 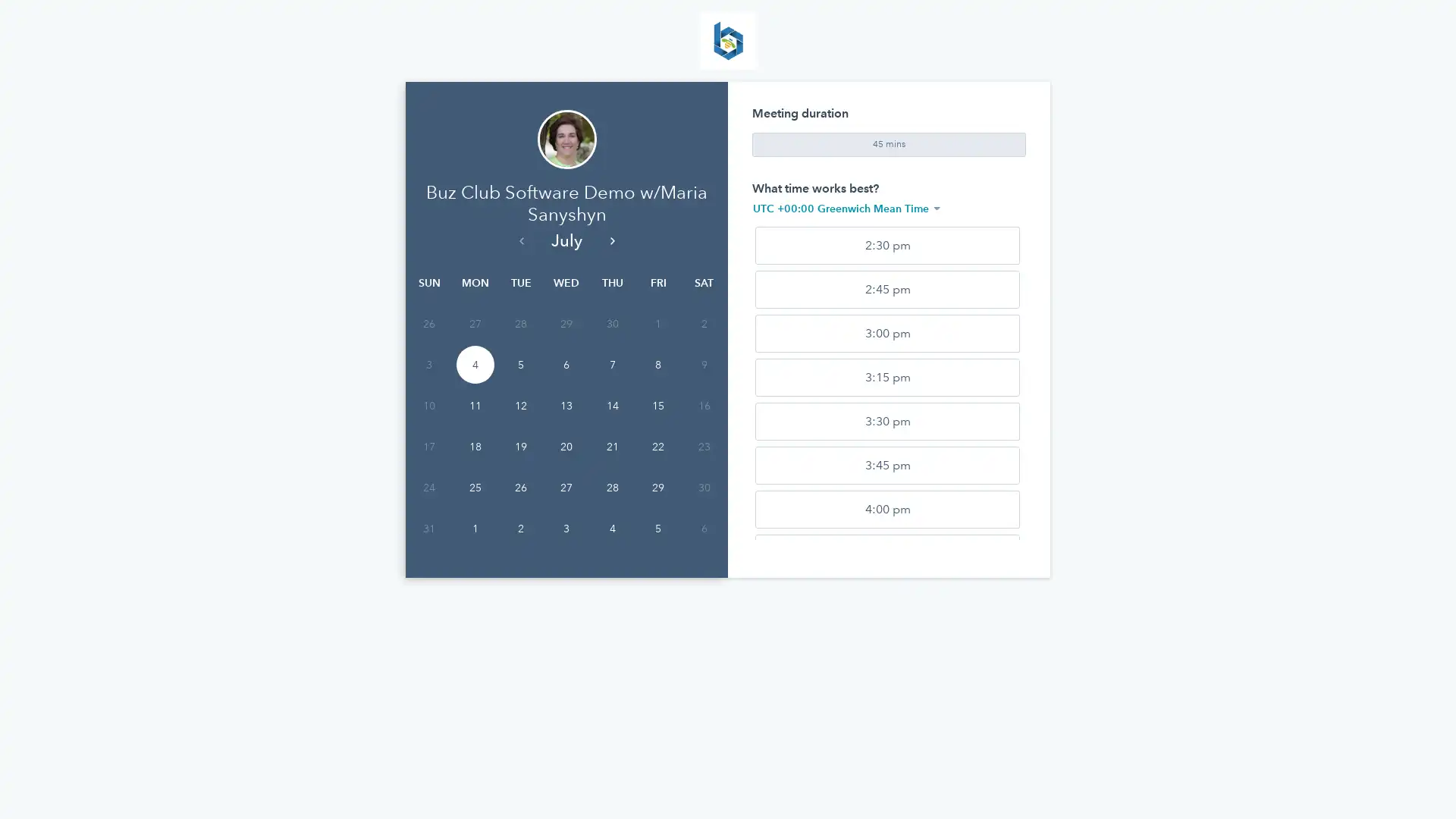 I want to click on June 26th, so click(x=428, y=323).